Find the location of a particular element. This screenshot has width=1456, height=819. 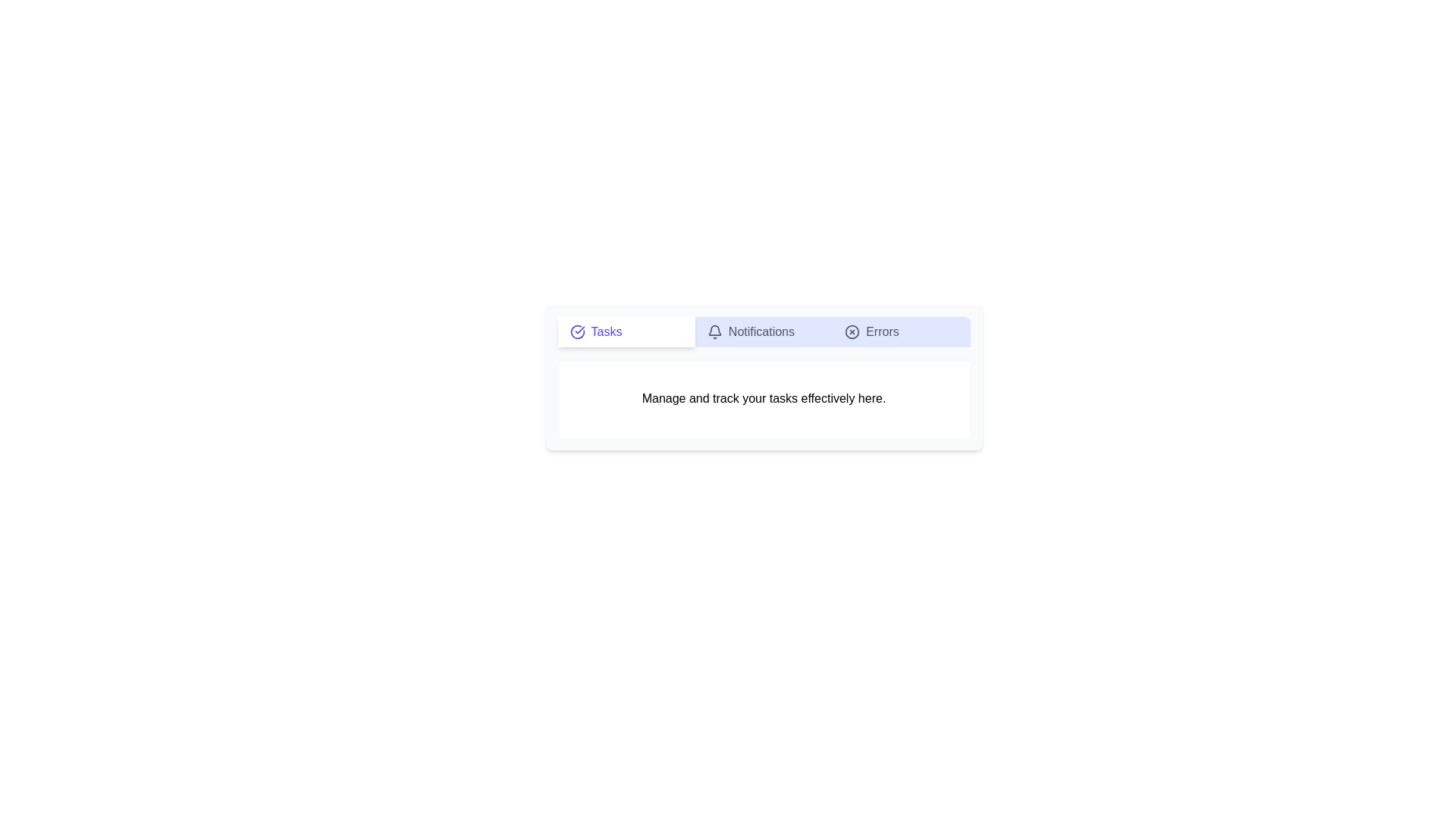

the Notifications tab by clicking on its button is located at coordinates (764, 331).